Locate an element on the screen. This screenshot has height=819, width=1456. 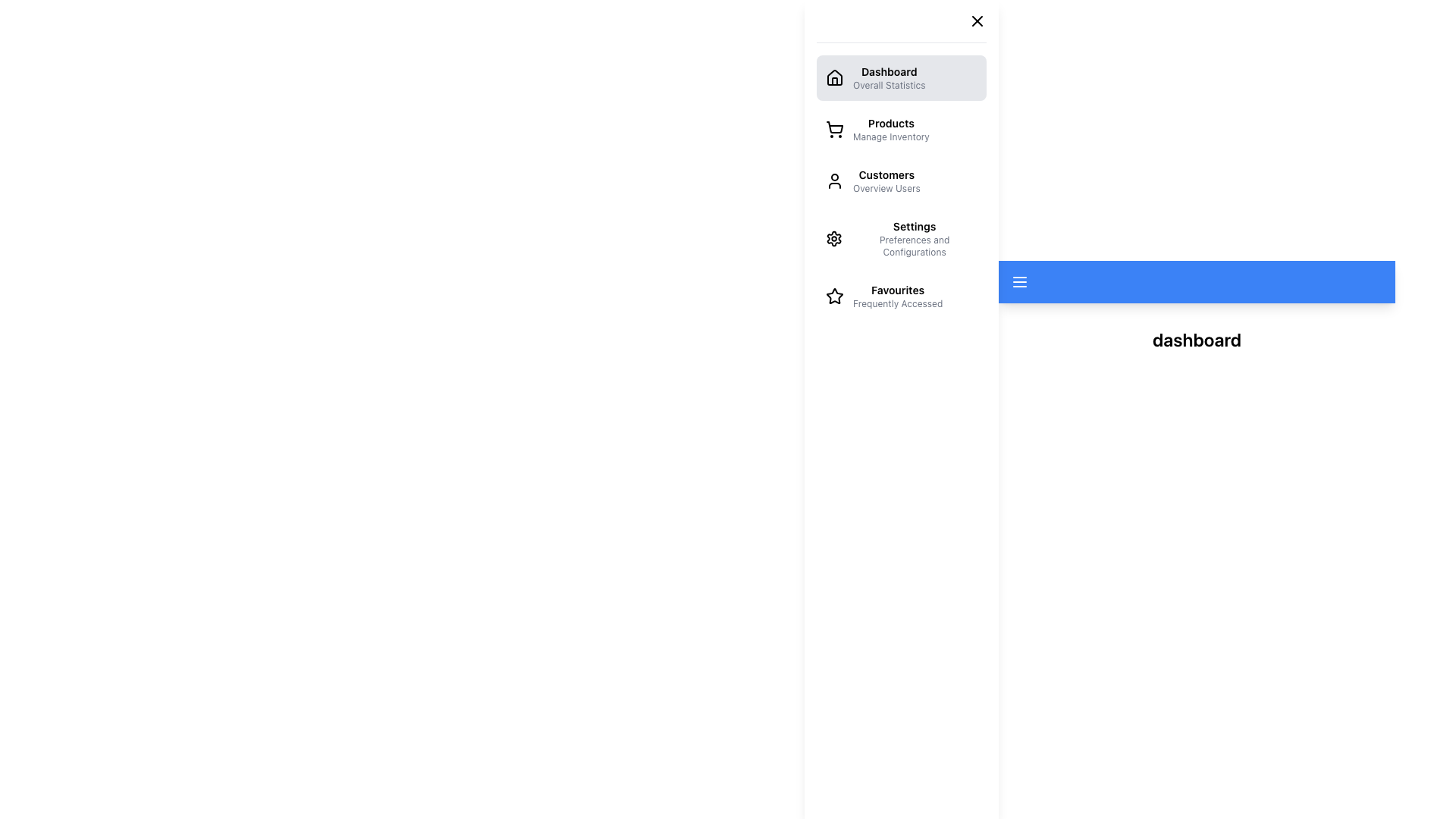
the 'Customers' navigation menu item, which features a user icon and the subtitle 'Overview Users' is located at coordinates (902, 180).